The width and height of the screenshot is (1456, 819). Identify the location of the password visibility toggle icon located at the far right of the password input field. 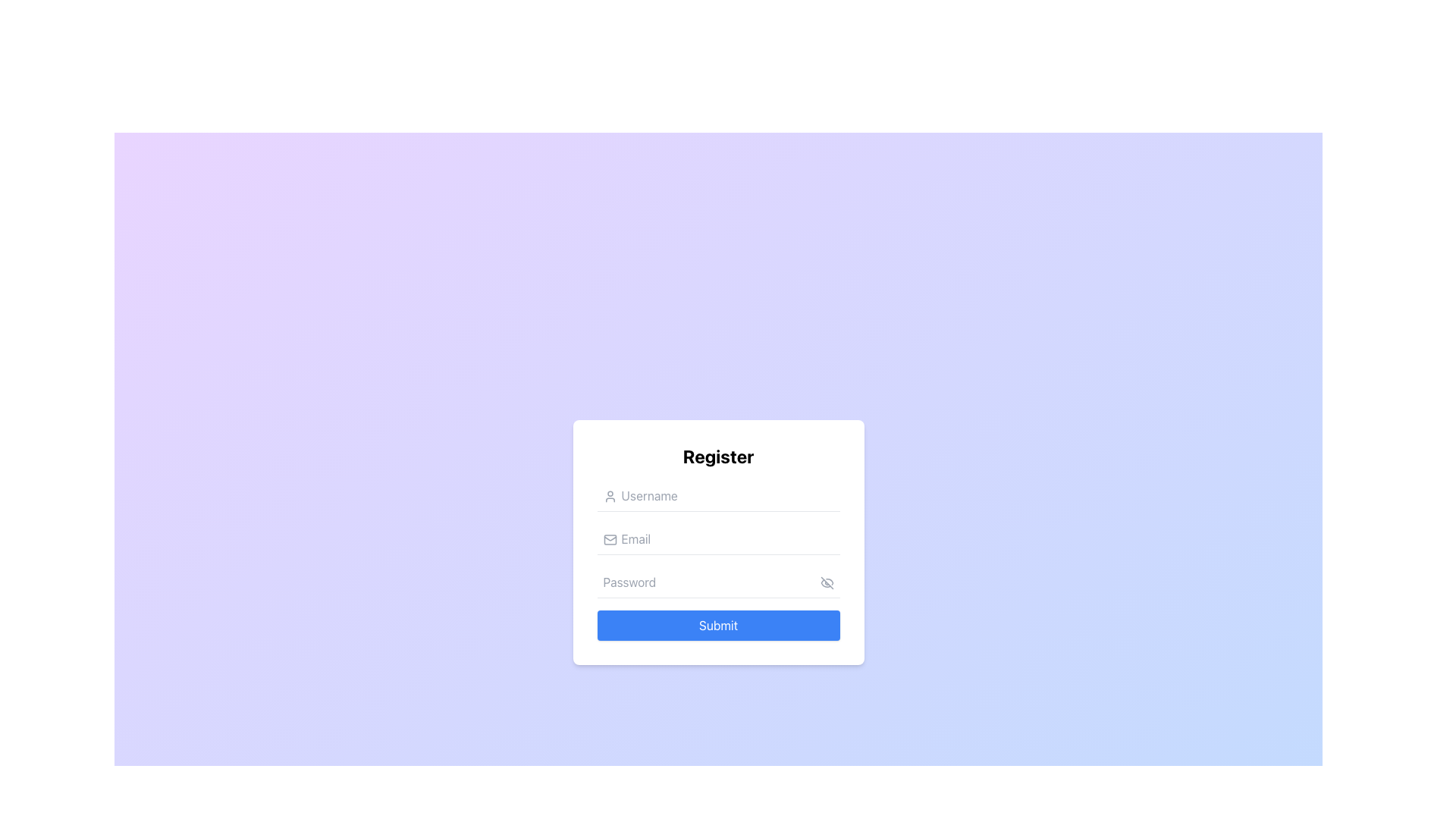
(826, 582).